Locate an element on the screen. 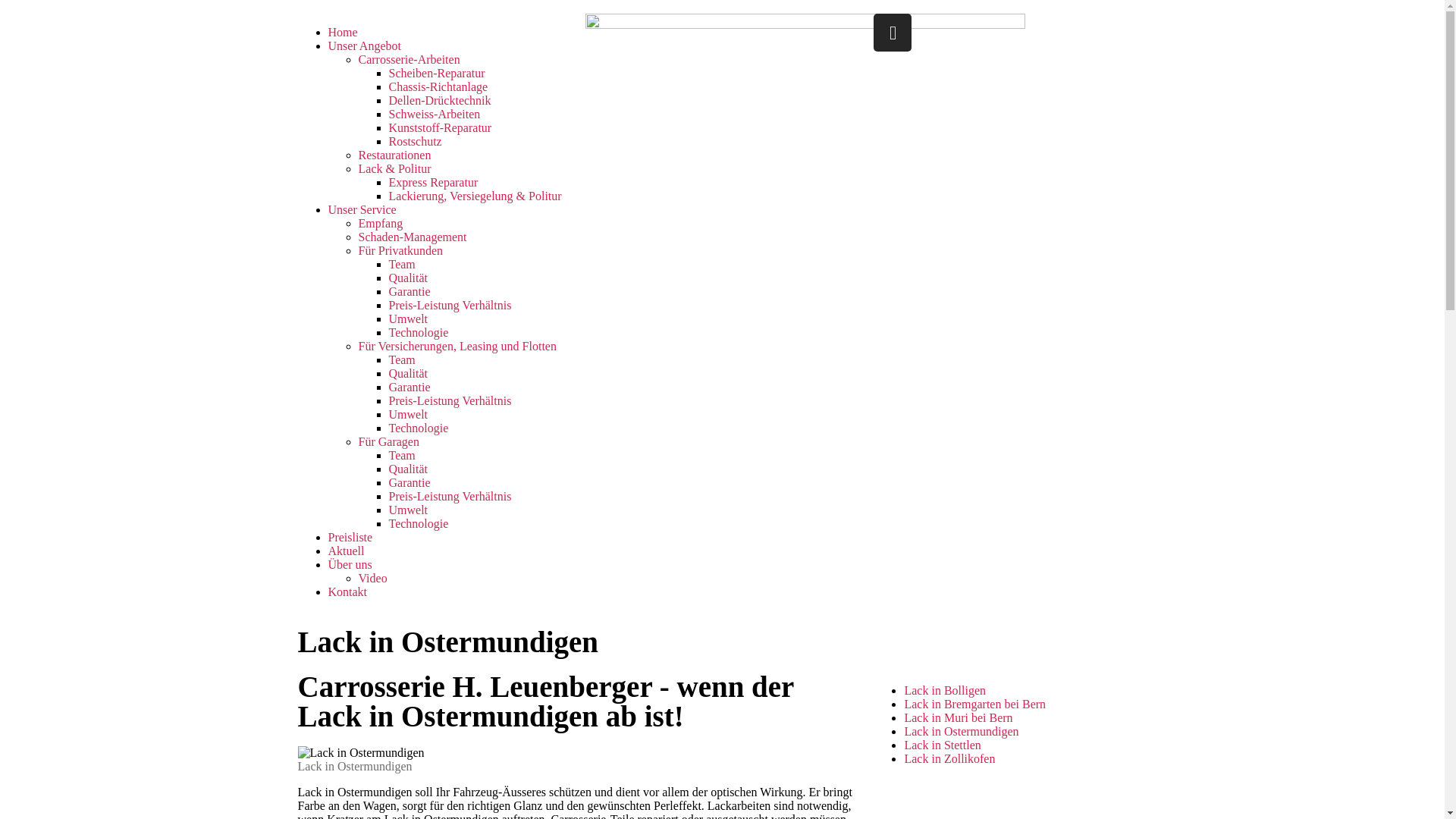  'Home' is located at coordinates (341, 32).